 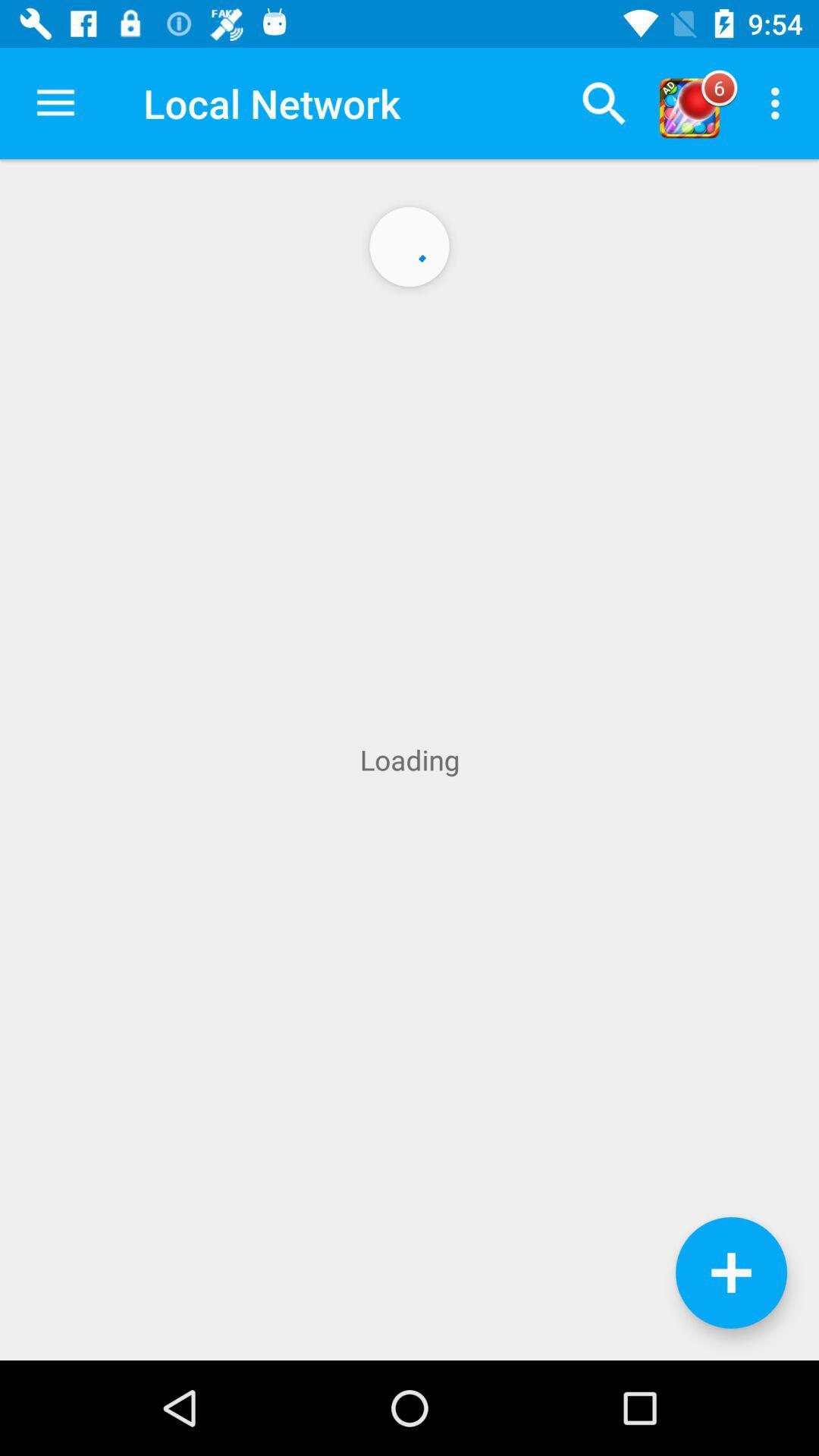 What do you see at coordinates (779, 102) in the screenshot?
I see `the item to the right of the 6 icon` at bounding box center [779, 102].